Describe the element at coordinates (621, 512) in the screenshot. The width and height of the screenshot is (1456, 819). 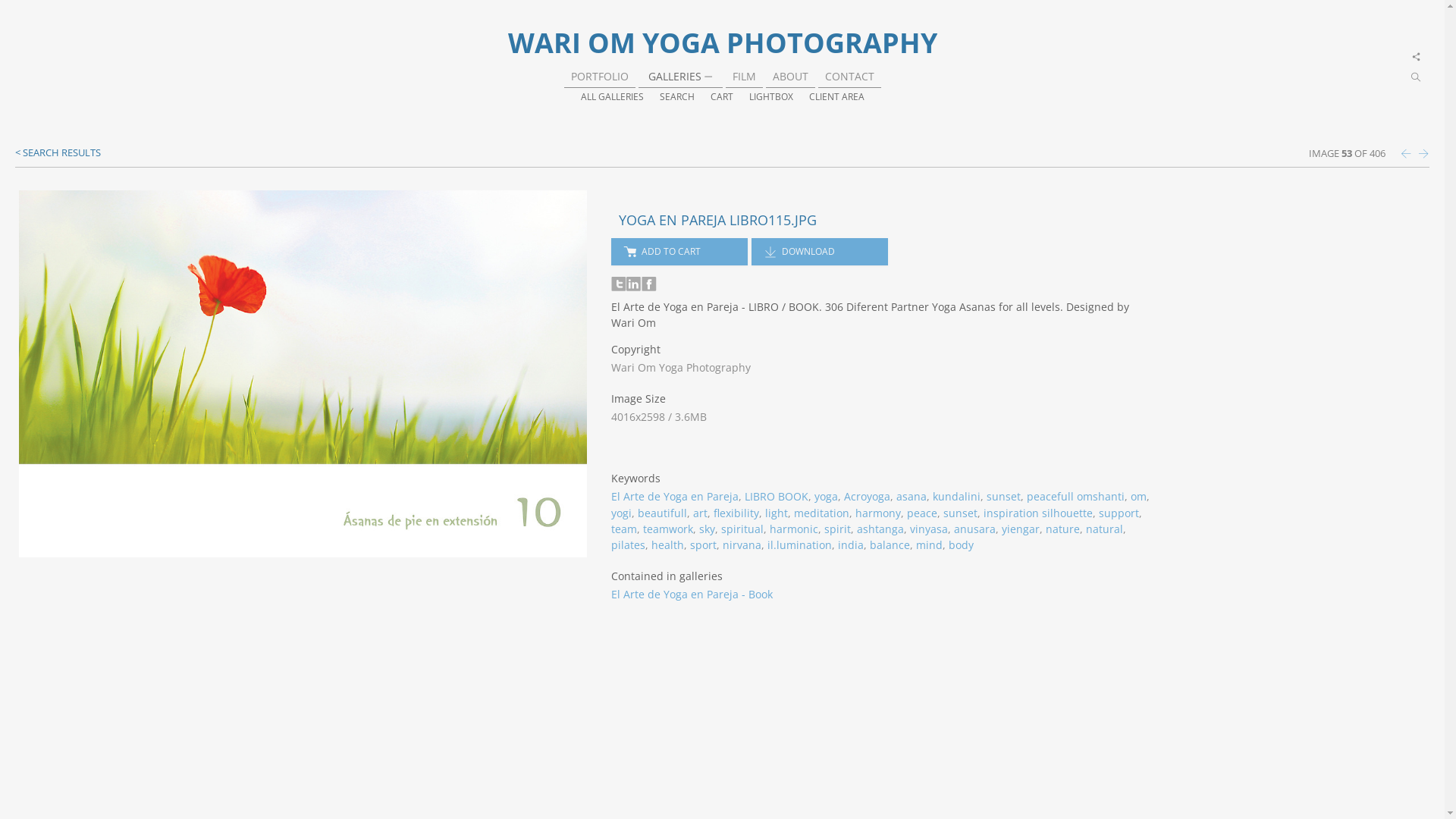
I see `'yogi'` at that location.